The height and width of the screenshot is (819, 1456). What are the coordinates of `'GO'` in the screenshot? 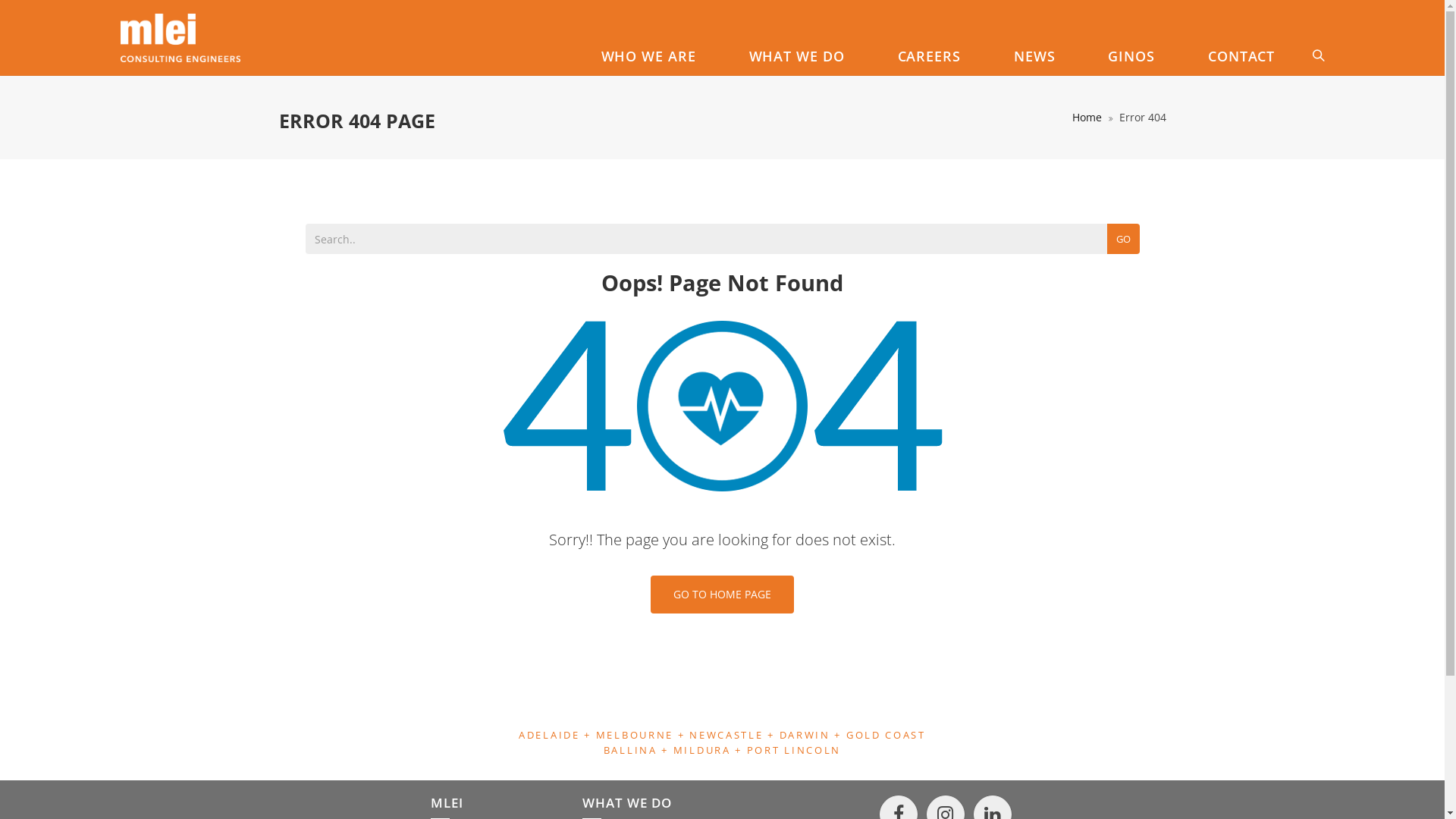 It's located at (1106, 239).